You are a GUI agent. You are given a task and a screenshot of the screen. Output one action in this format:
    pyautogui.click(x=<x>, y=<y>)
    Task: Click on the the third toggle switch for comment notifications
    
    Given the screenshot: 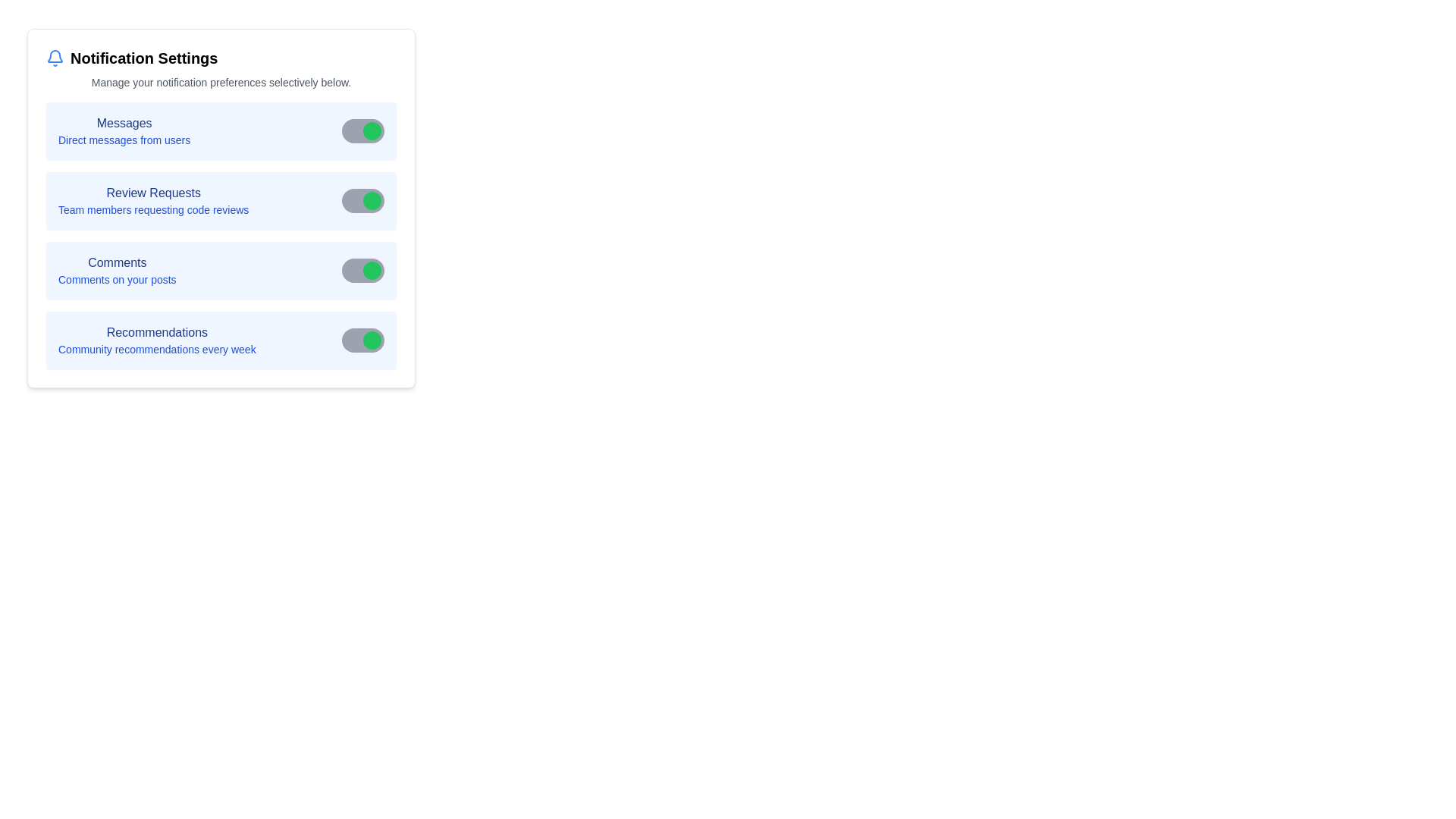 What is the action you would take?
    pyautogui.click(x=362, y=270)
    